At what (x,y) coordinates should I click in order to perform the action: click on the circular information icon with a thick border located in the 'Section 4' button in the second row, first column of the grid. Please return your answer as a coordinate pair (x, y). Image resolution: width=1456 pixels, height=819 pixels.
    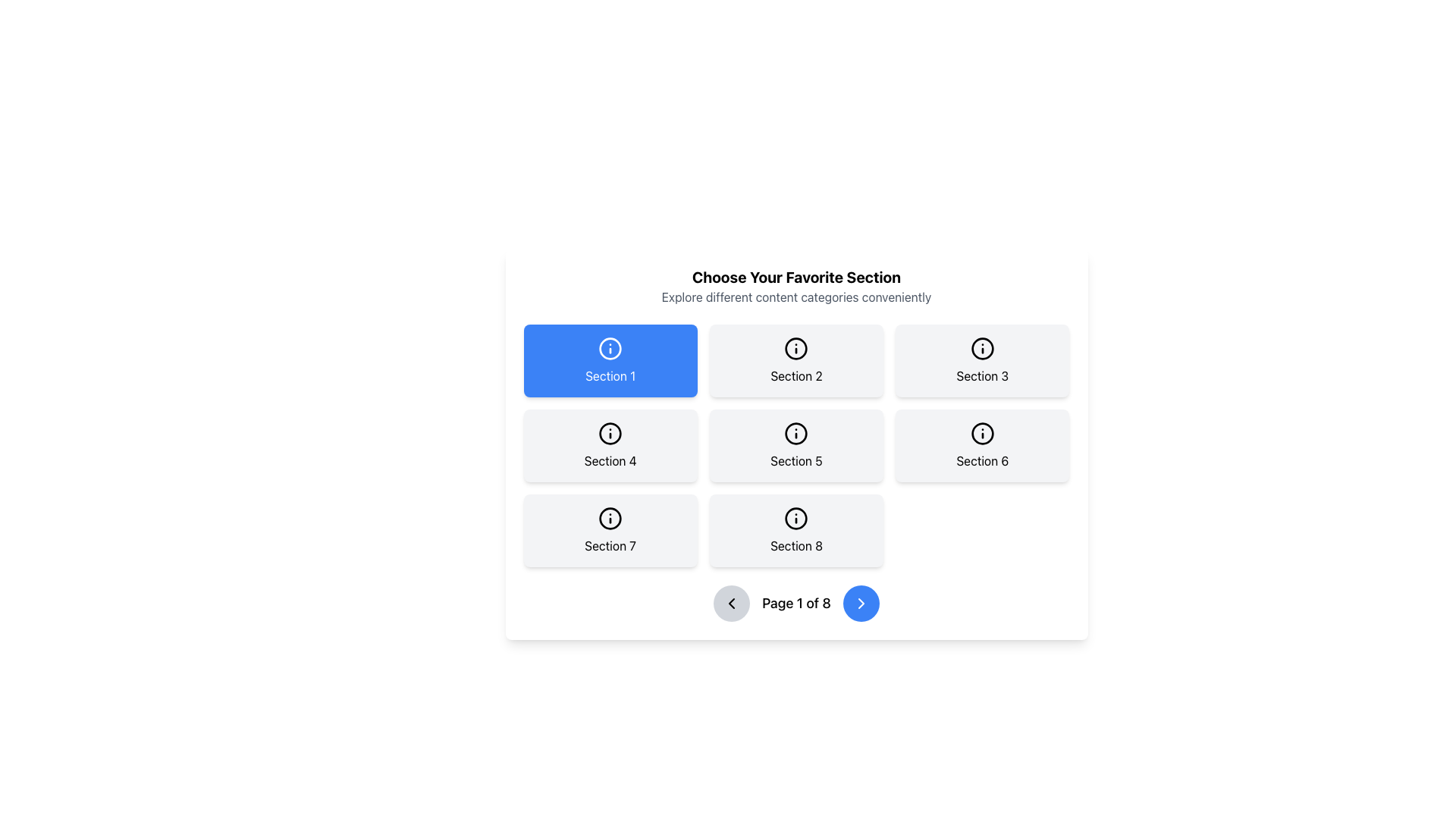
    Looking at the image, I should click on (610, 433).